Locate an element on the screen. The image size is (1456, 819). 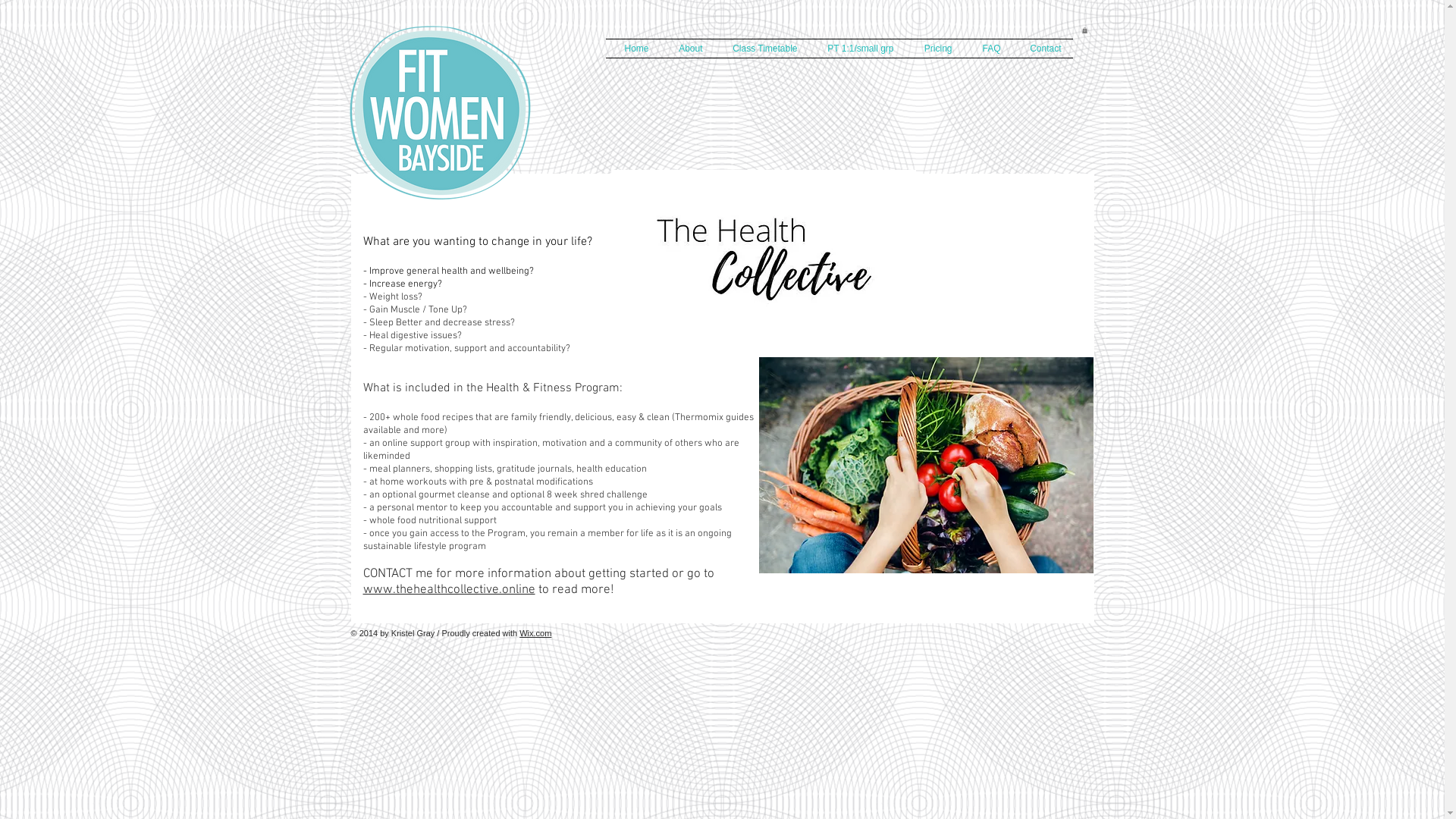
'Class Timetable' is located at coordinates (761, 48).